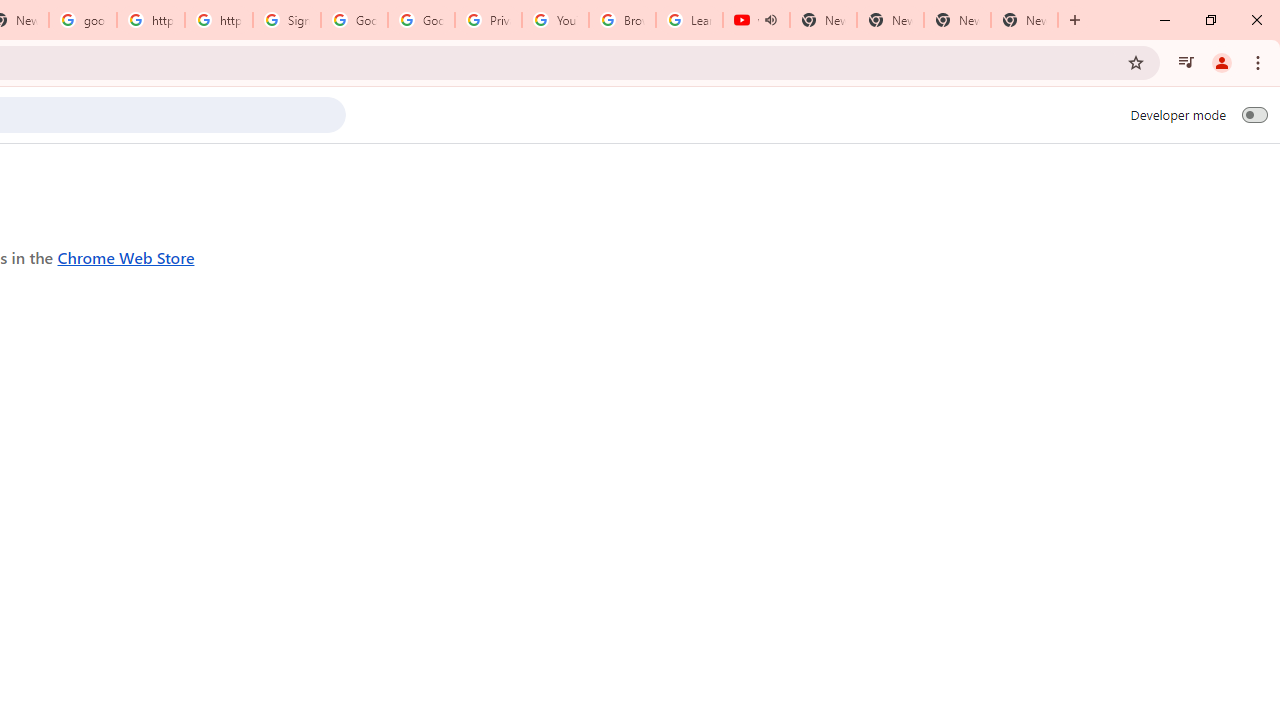 The image size is (1280, 720). What do you see at coordinates (1254, 114) in the screenshot?
I see `'Developer mode'` at bounding box center [1254, 114].